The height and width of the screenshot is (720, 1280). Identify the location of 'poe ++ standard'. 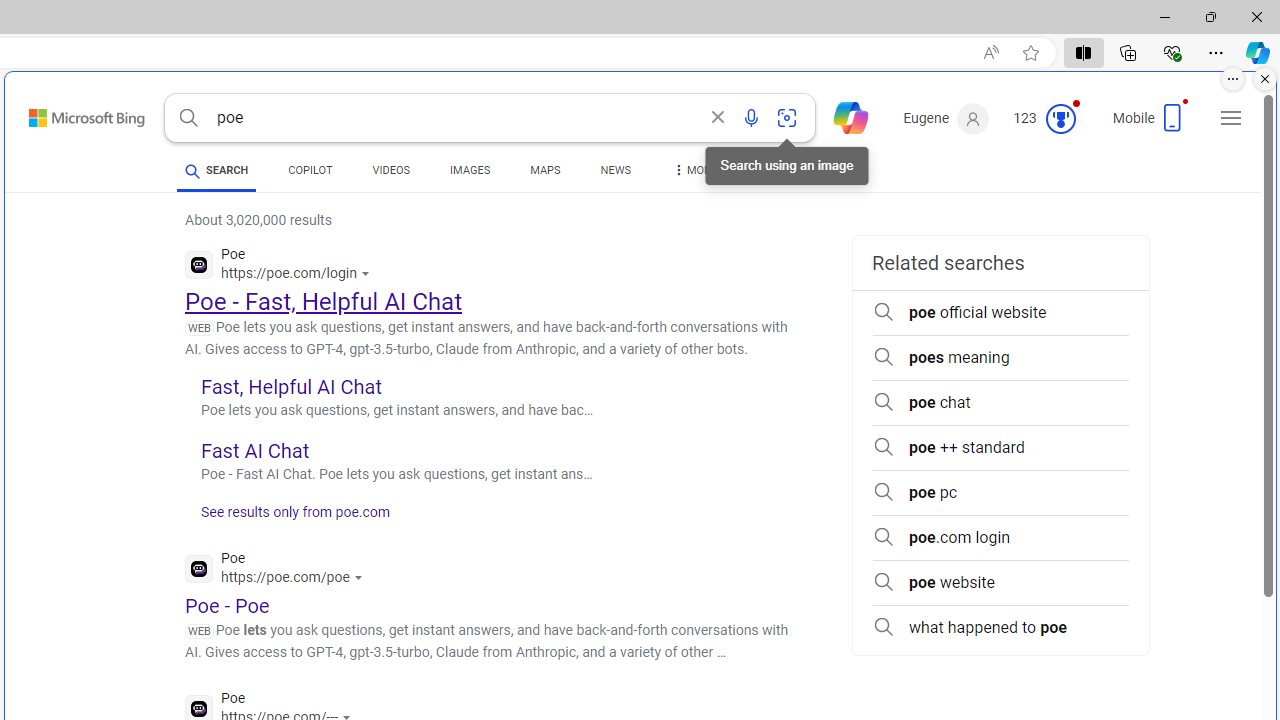
(1000, 447).